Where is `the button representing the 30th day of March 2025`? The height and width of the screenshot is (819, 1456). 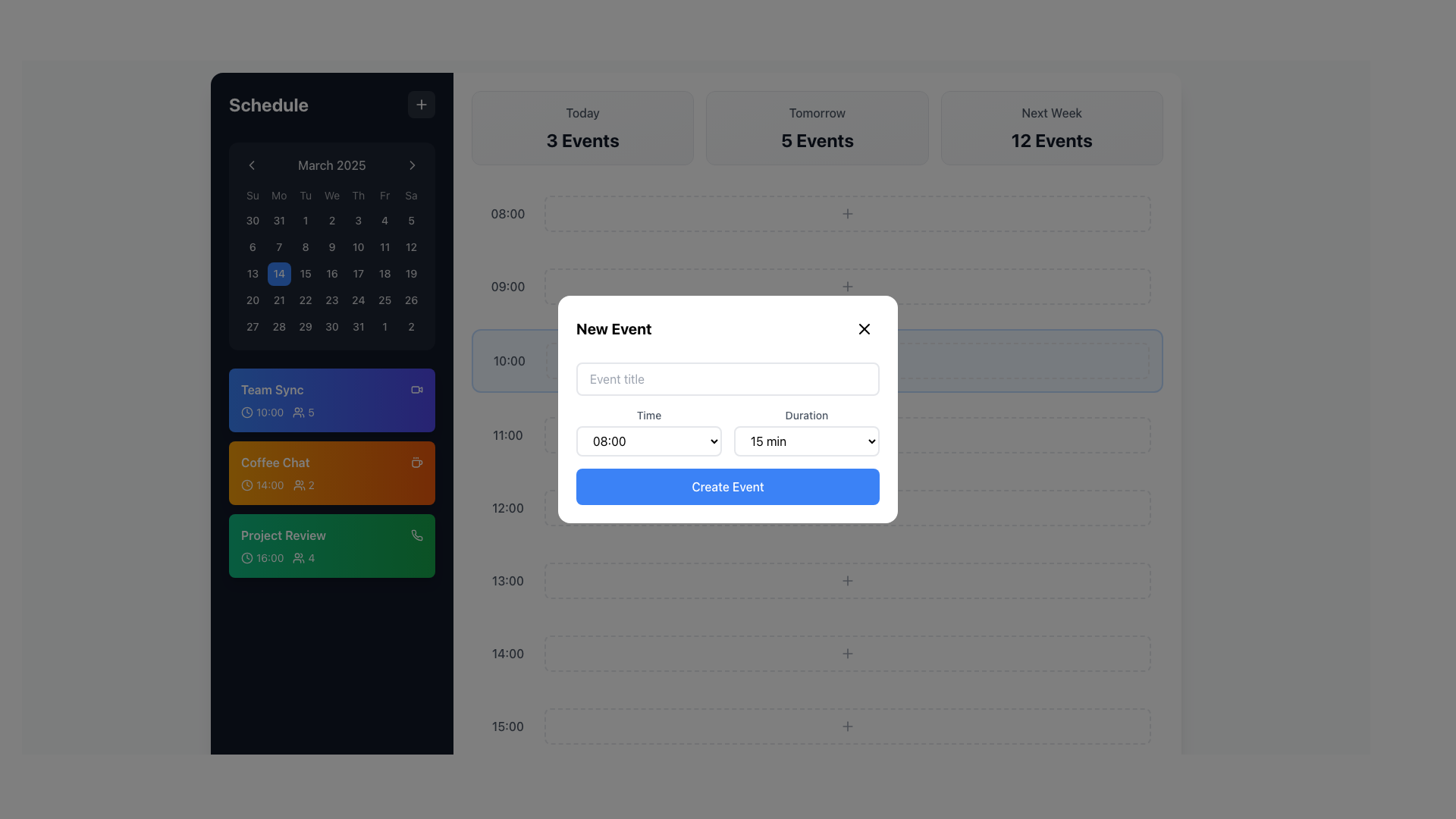
the button representing the 30th day of March 2025 is located at coordinates (331, 325).